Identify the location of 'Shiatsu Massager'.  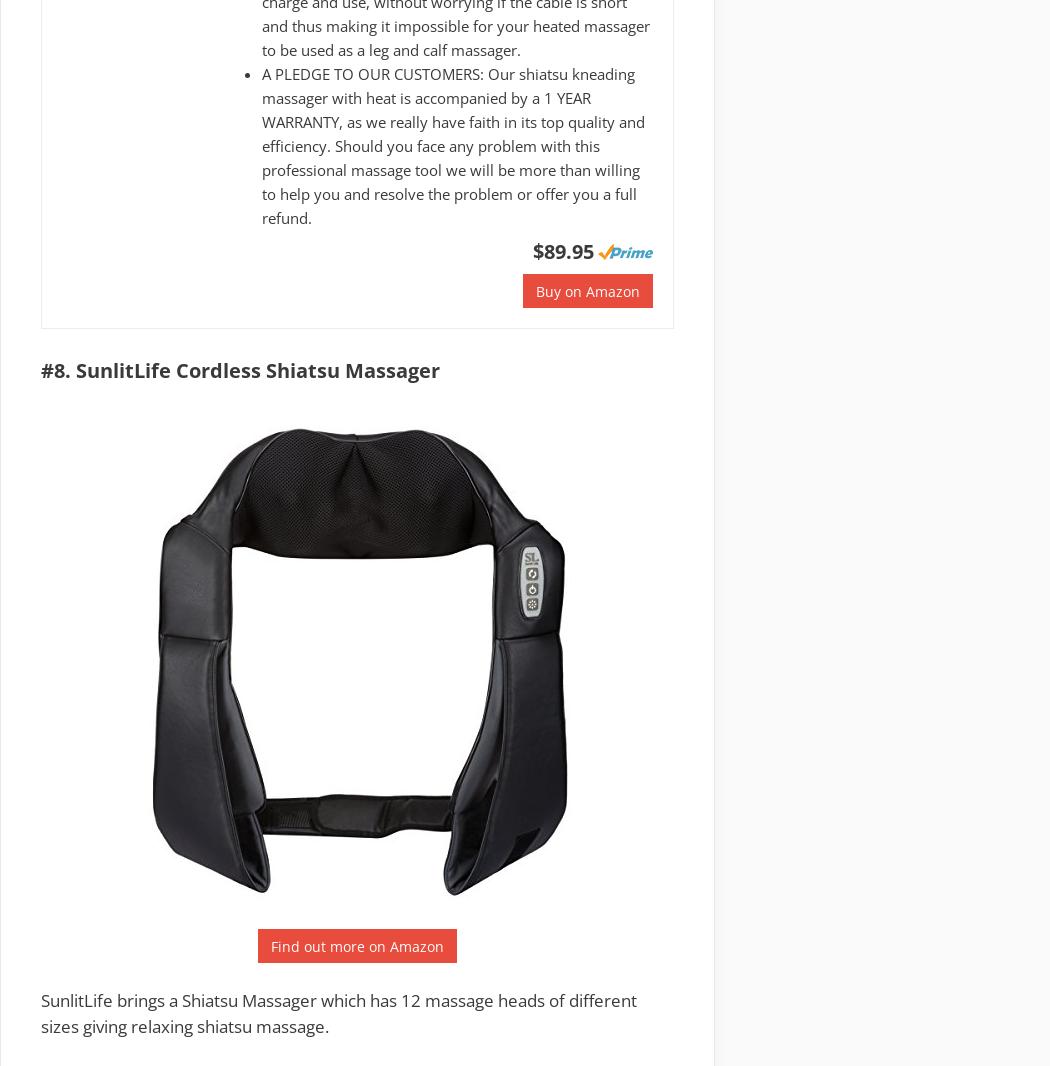
(249, 1000).